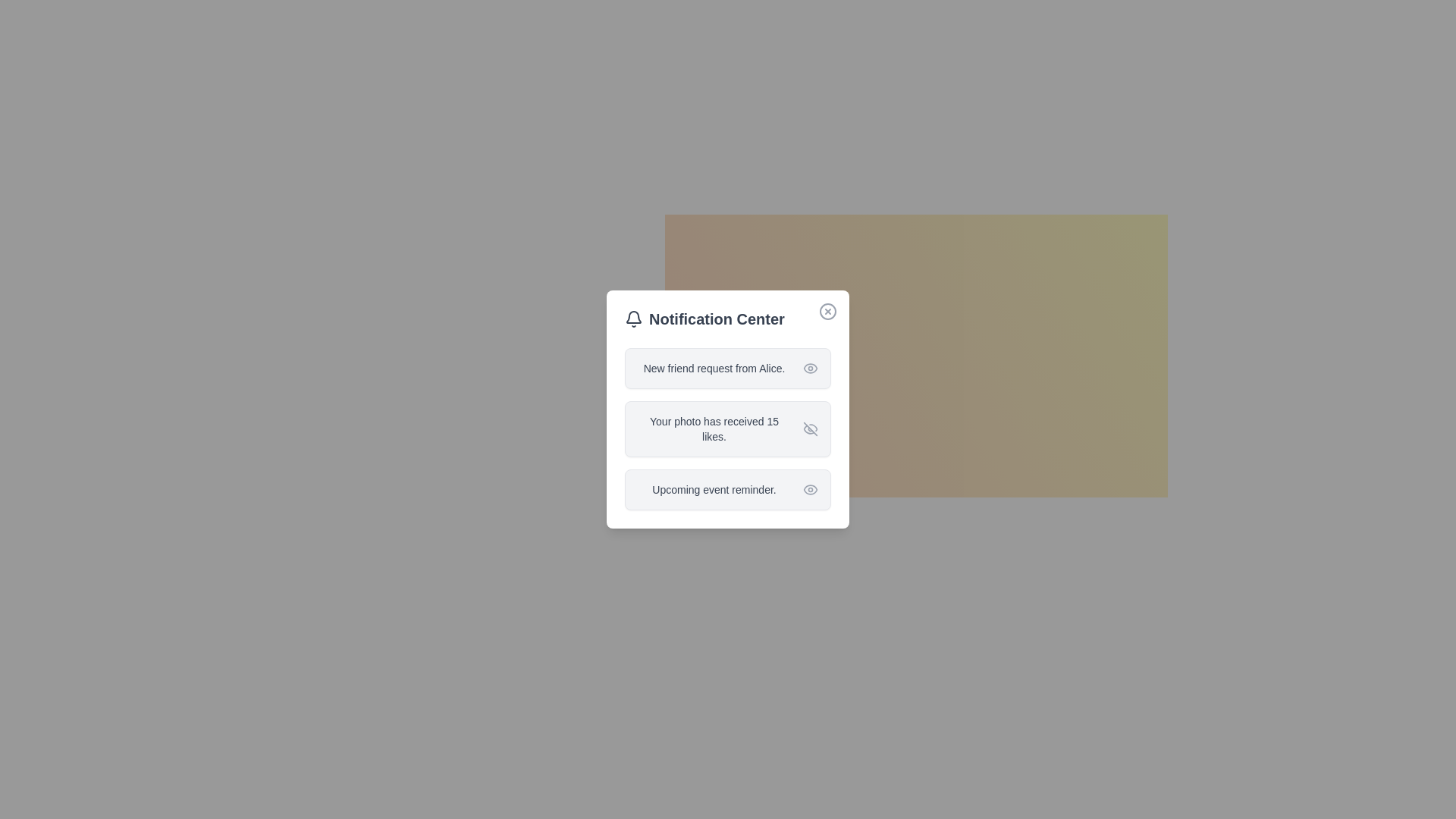 This screenshot has height=819, width=1456. What do you see at coordinates (728, 318) in the screenshot?
I see `the title text of the notification center` at bounding box center [728, 318].